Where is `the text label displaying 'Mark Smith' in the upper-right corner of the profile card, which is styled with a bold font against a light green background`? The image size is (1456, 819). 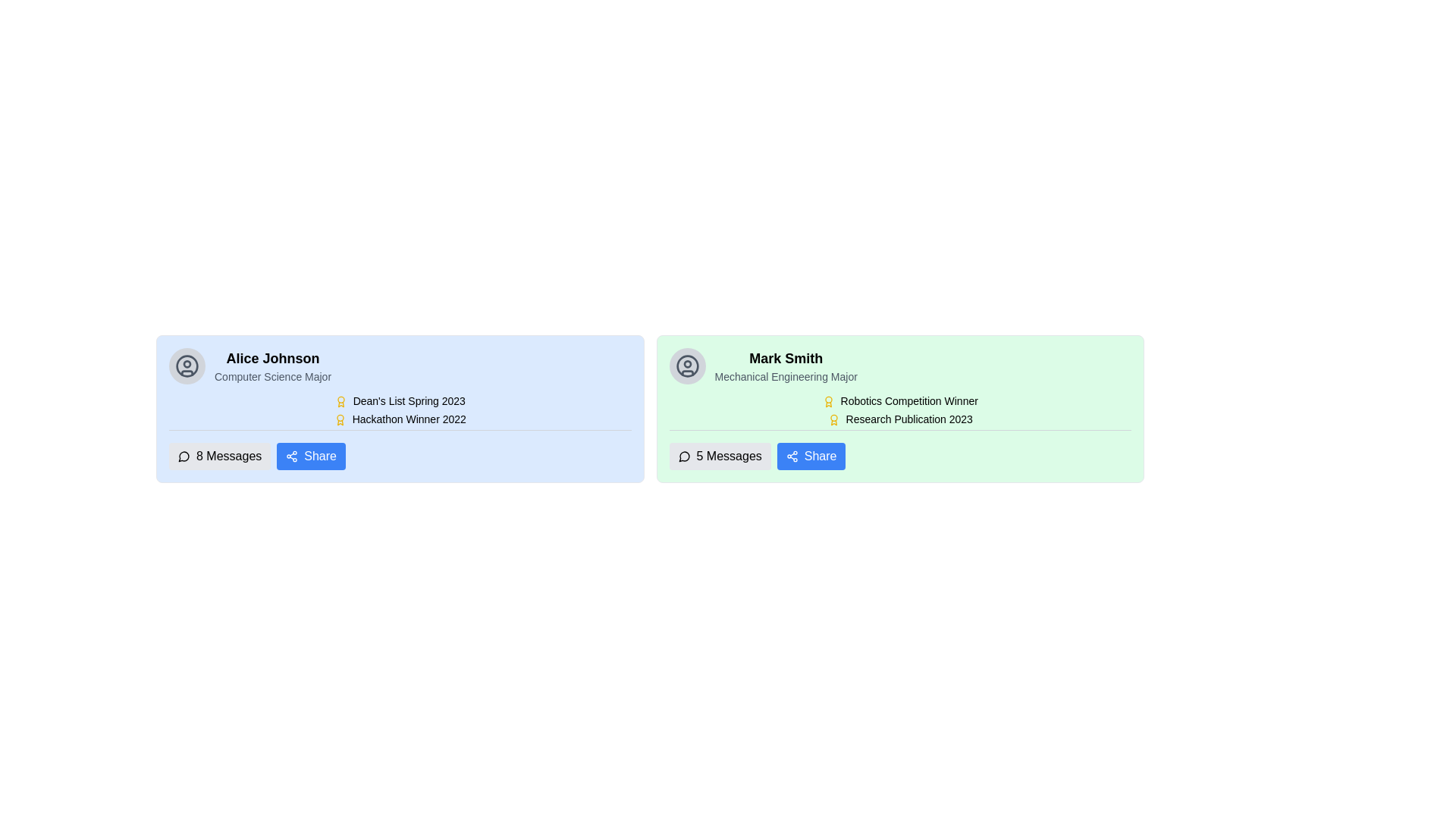
the text label displaying 'Mark Smith' in the upper-right corner of the profile card, which is styled with a bold font against a light green background is located at coordinates (786, 359).